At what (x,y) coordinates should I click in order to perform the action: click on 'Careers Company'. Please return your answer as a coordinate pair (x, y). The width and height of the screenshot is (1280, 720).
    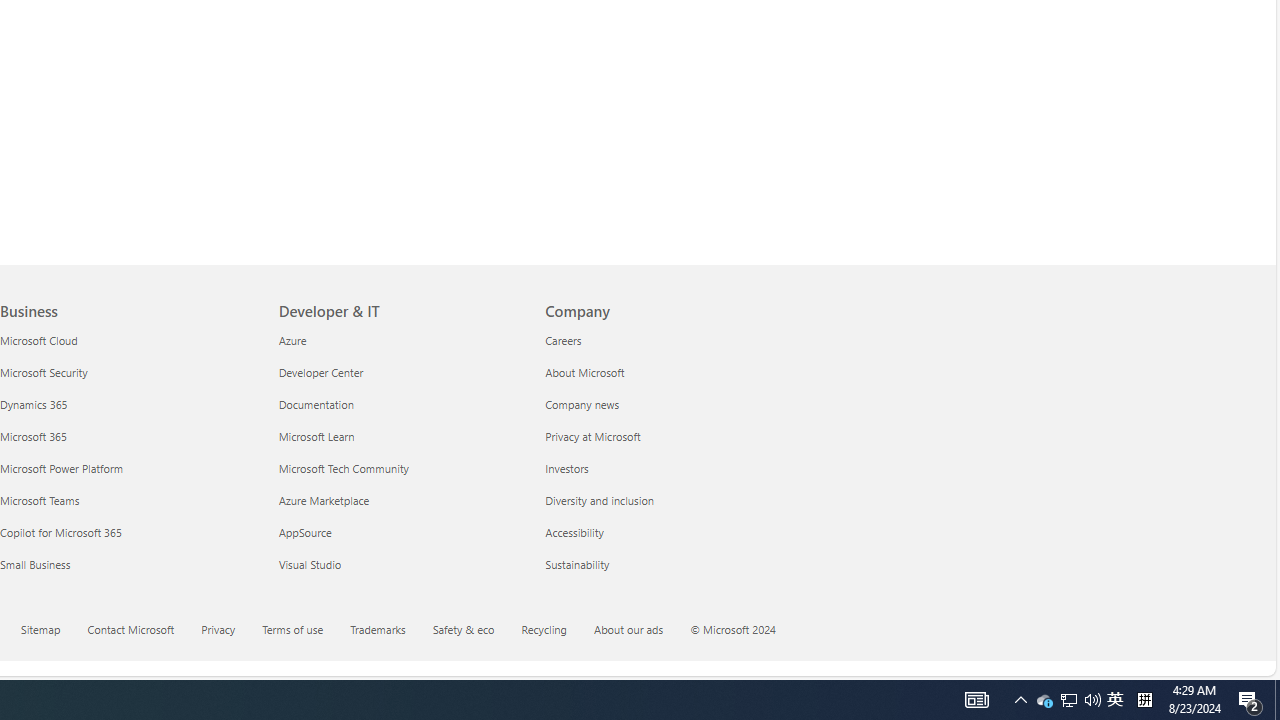
    Looking at the image, I should click on (562, 338).